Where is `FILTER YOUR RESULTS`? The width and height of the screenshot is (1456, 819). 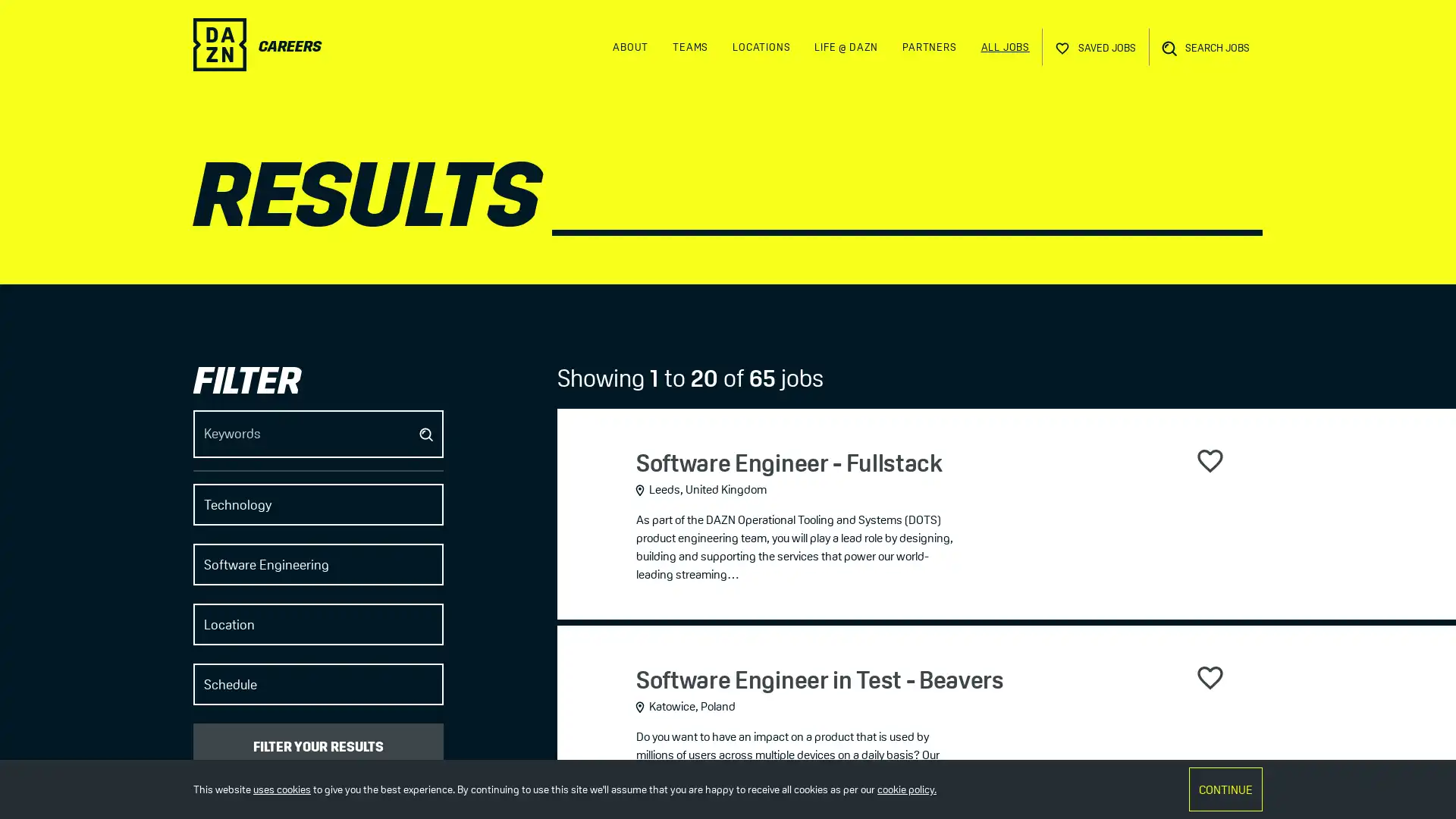 FILTER YOUR RESULTS is located at coordinates (318, 745).